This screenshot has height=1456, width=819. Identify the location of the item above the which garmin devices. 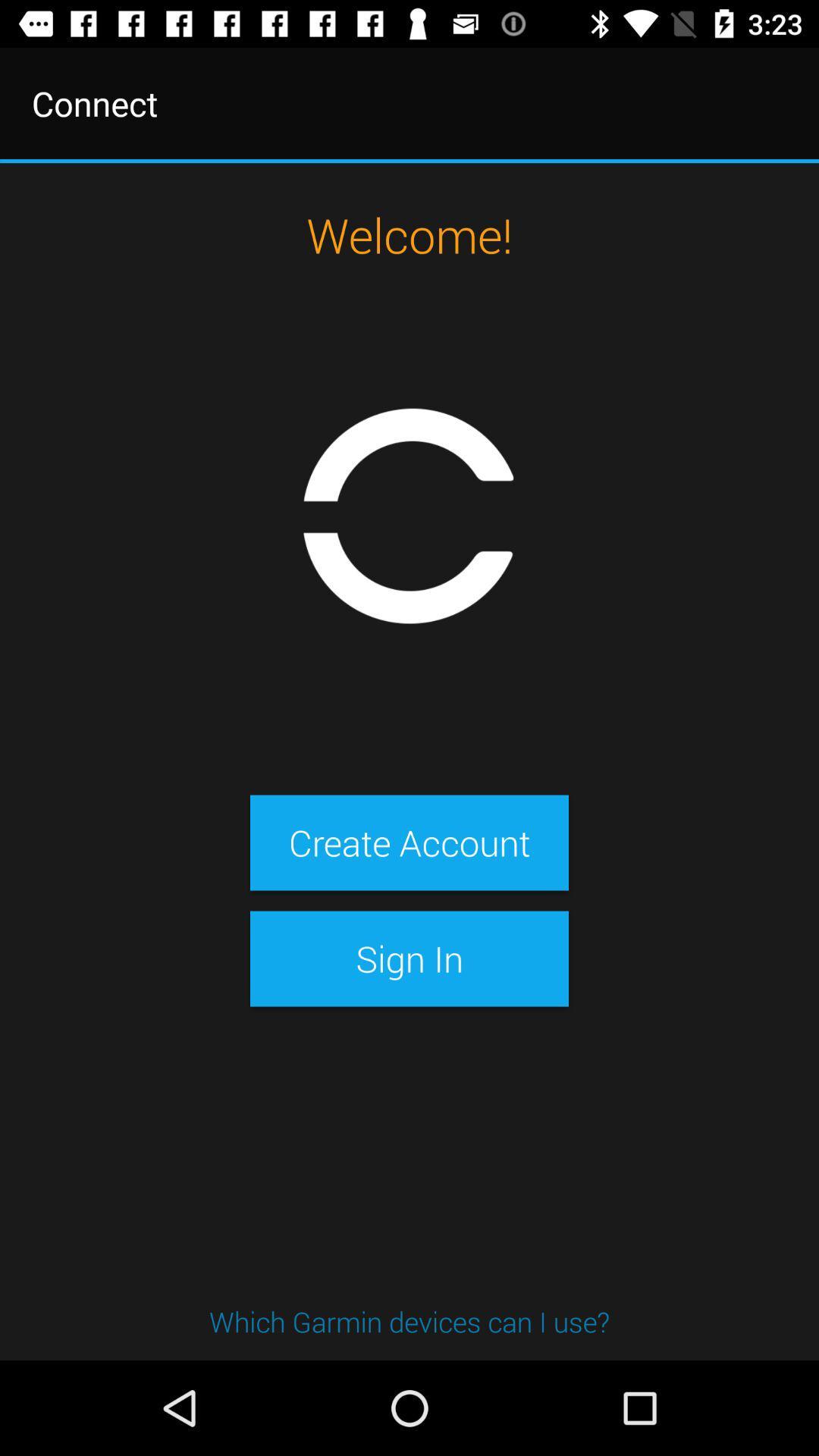
(409, 958).